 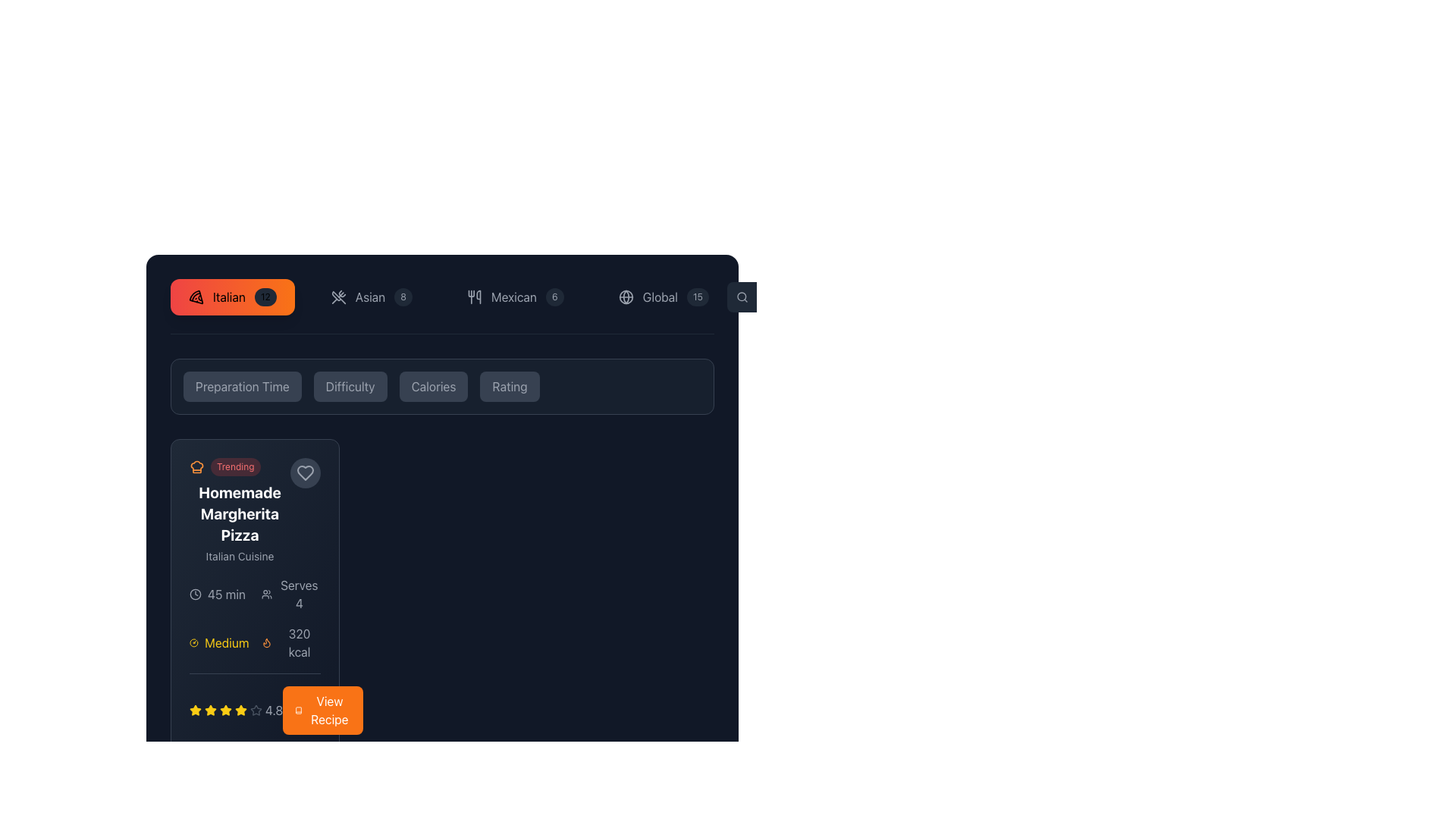 I want to click on the featured recipe card for 'Homemade Margherita Pizza' located in the top-left section of the grid view under the 'Italian' tab, so click(x=239, y=511).